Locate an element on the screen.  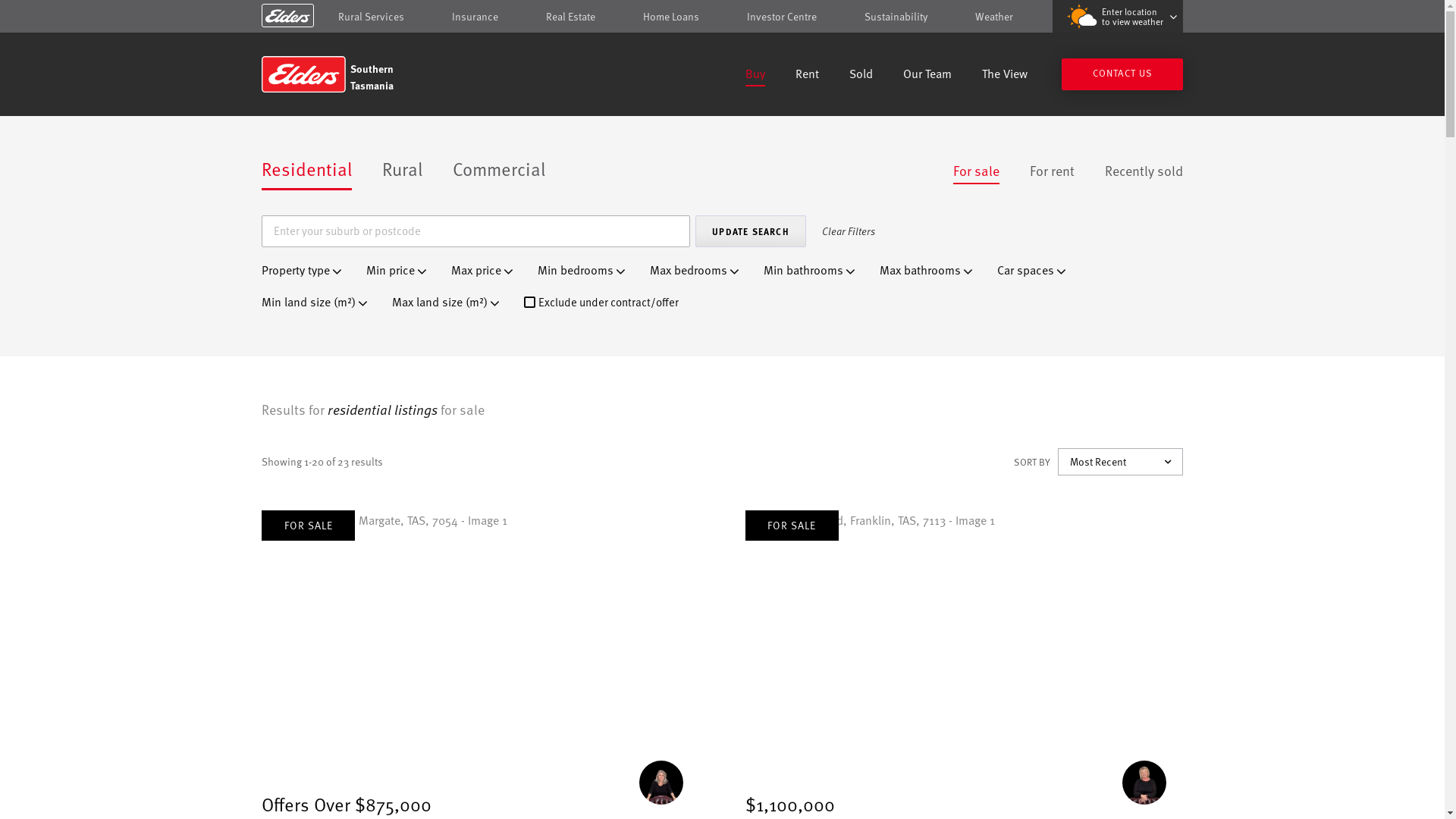
'CONTACT US' is located at coordinates (1122, 74).